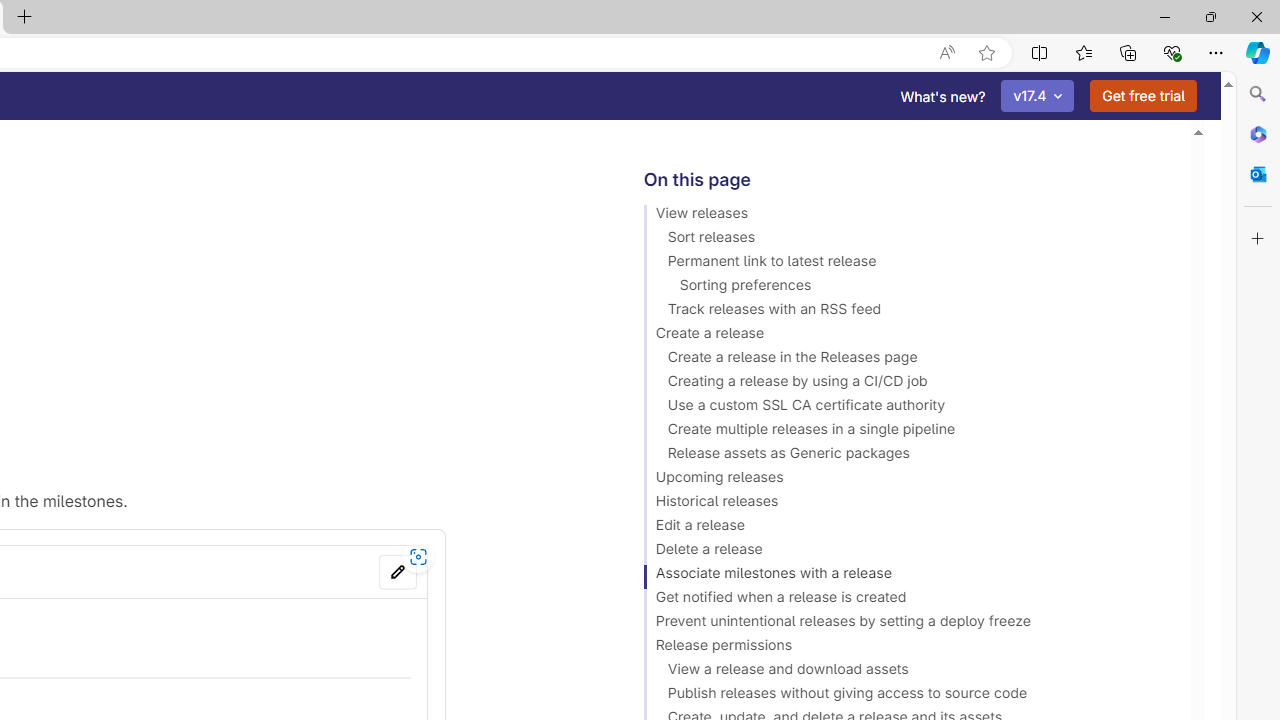 This screenshot has height=720, width=1280. Describe the element at coordinates (907, 552) in the screenshot. I see `'Delete a release'` at that location.